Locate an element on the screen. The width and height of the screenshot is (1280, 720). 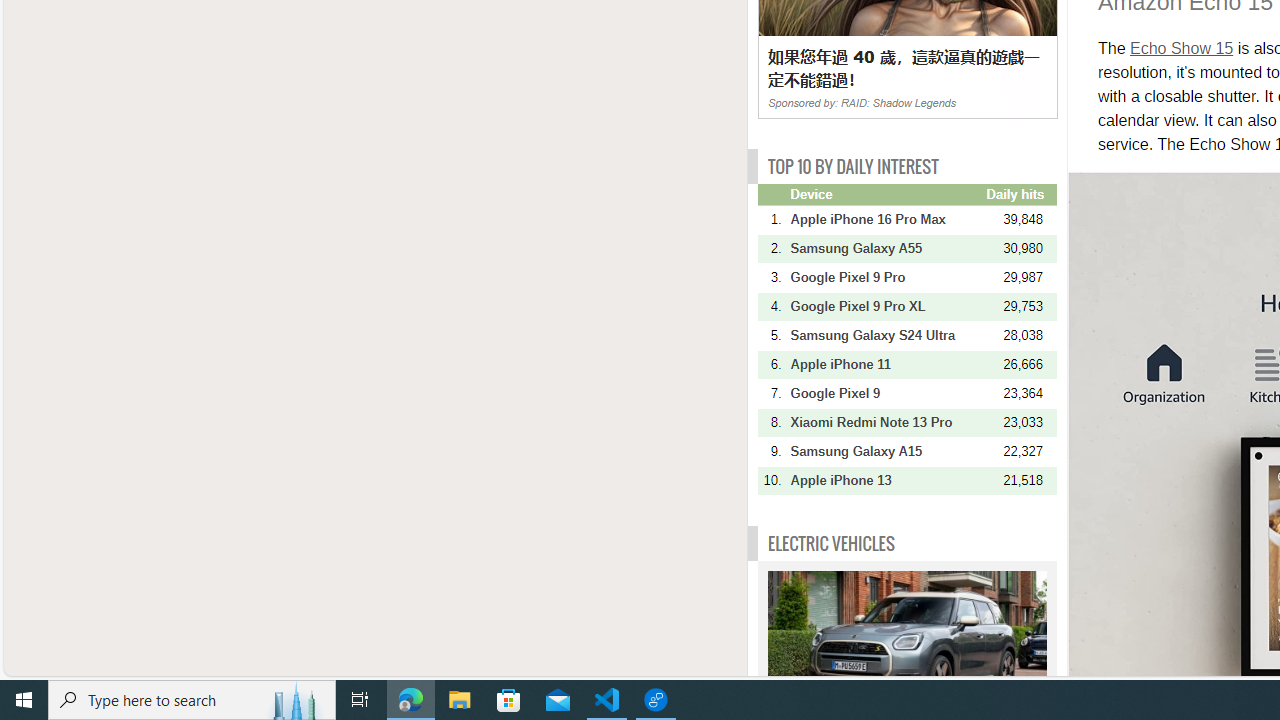
'Apple iPhone 13' is located at coordinates (885, 480).